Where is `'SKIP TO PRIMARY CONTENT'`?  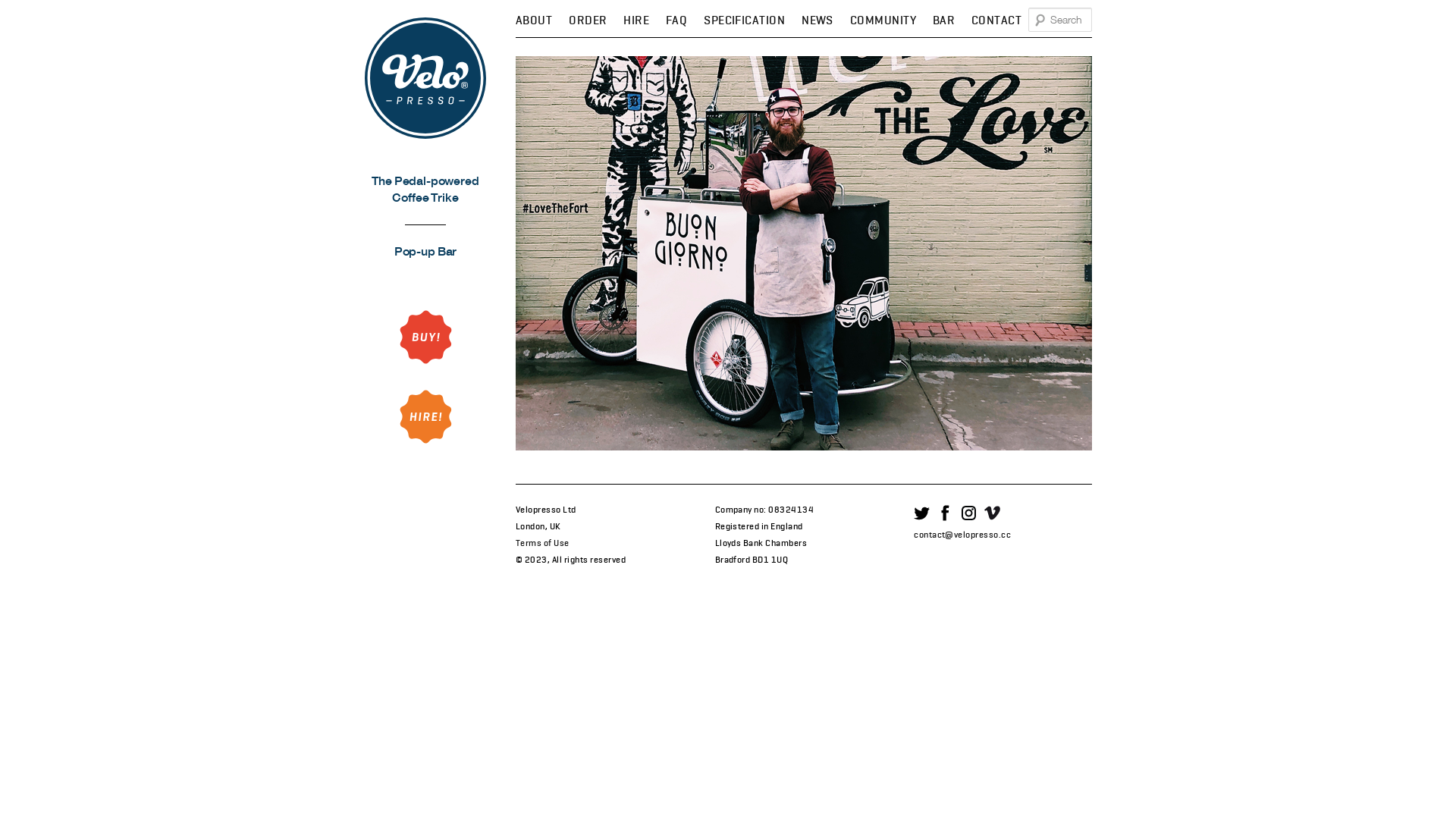
'SKIP TO PRIMARY CONTENT' is located at coordinates (595, 17).